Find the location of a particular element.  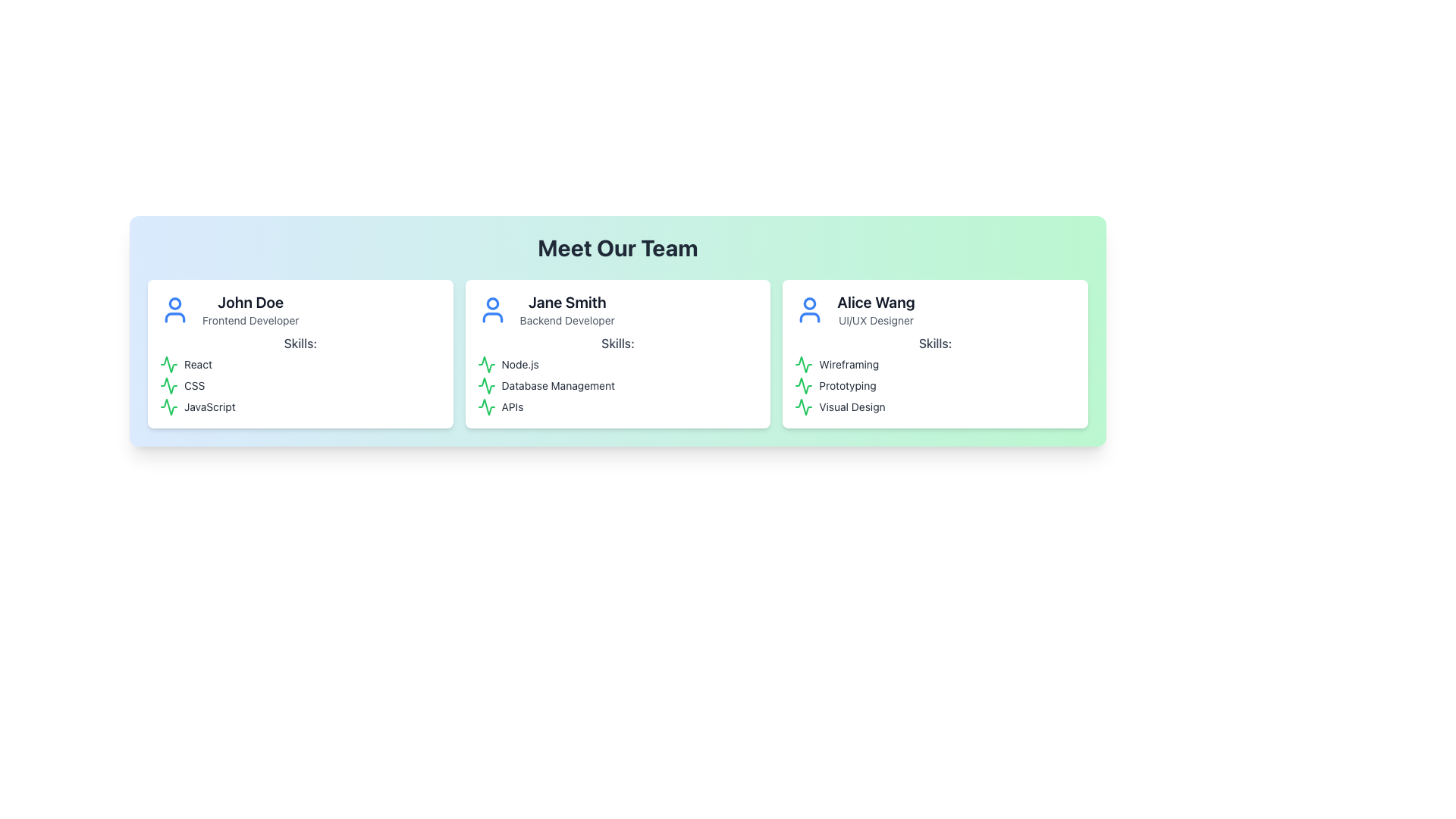

the 'Name' text label from the top of the rightmost card in the 'Meet Our Team' grid is located at coordinates (876, 302).